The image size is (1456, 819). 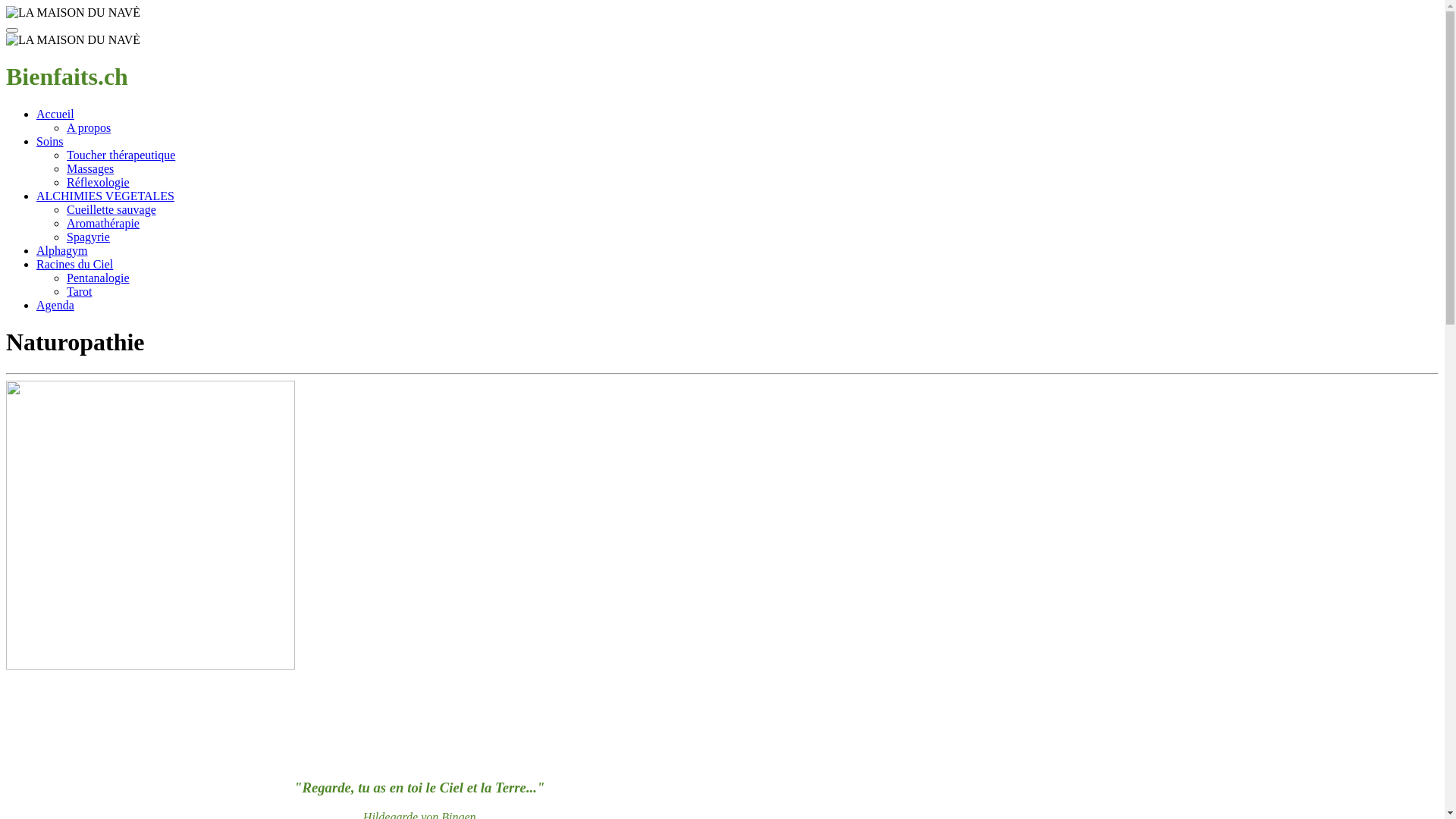 I want to click on 'Spagyrie', so click(x=87, y=237).